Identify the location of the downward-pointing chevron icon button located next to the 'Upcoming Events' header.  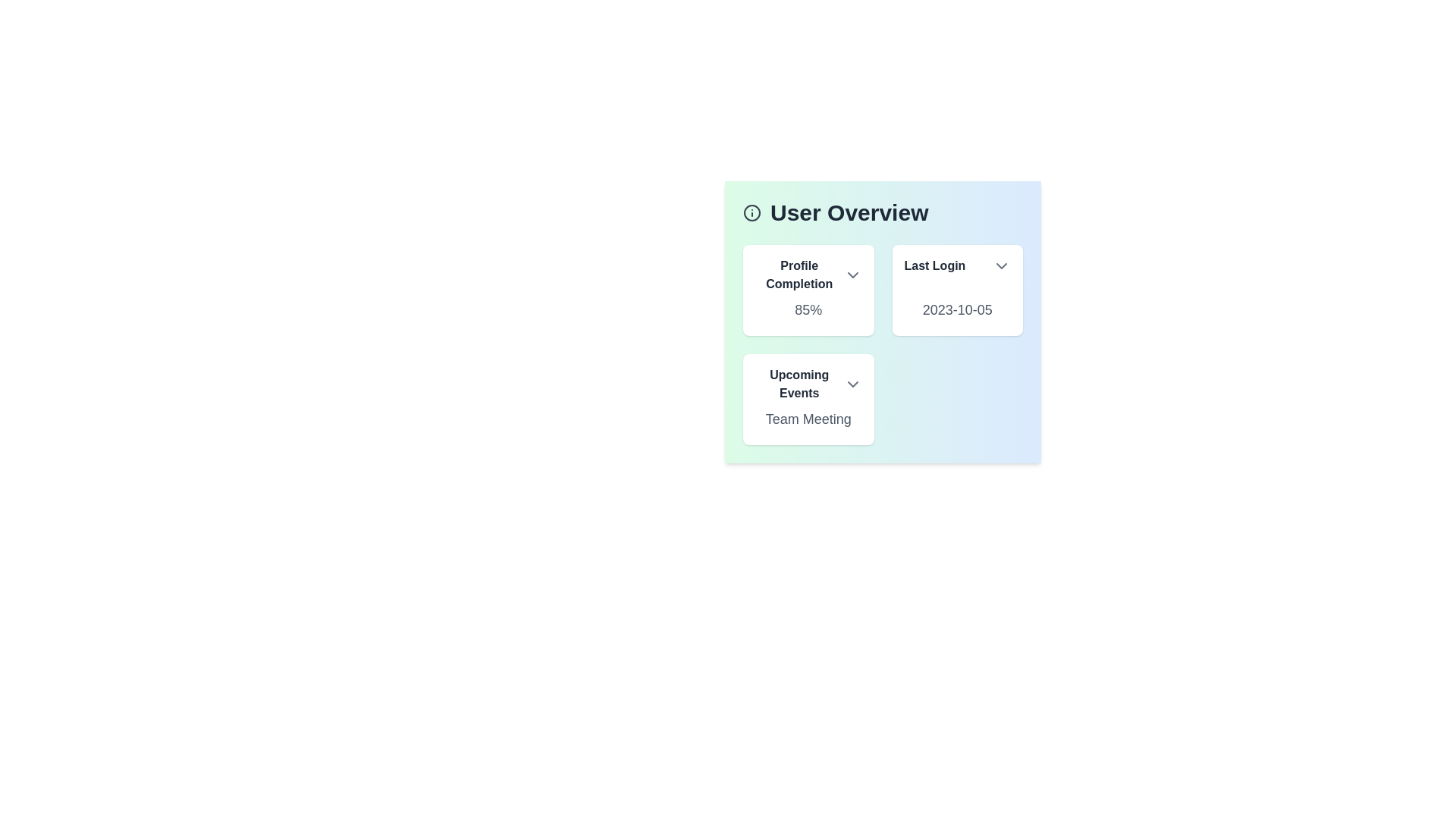
(852, 383).